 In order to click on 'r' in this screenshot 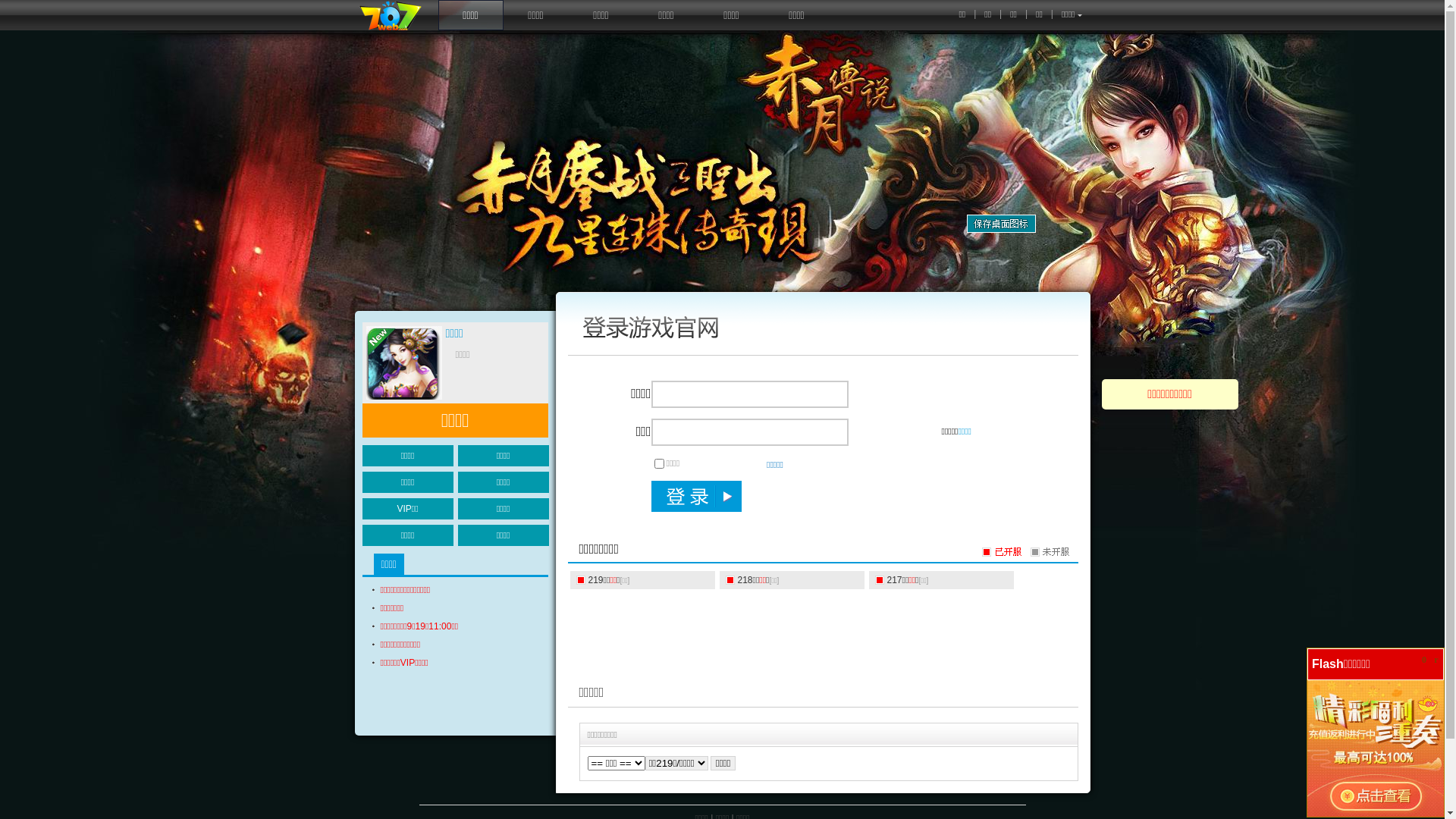, I will do `click(1436, 659)`.